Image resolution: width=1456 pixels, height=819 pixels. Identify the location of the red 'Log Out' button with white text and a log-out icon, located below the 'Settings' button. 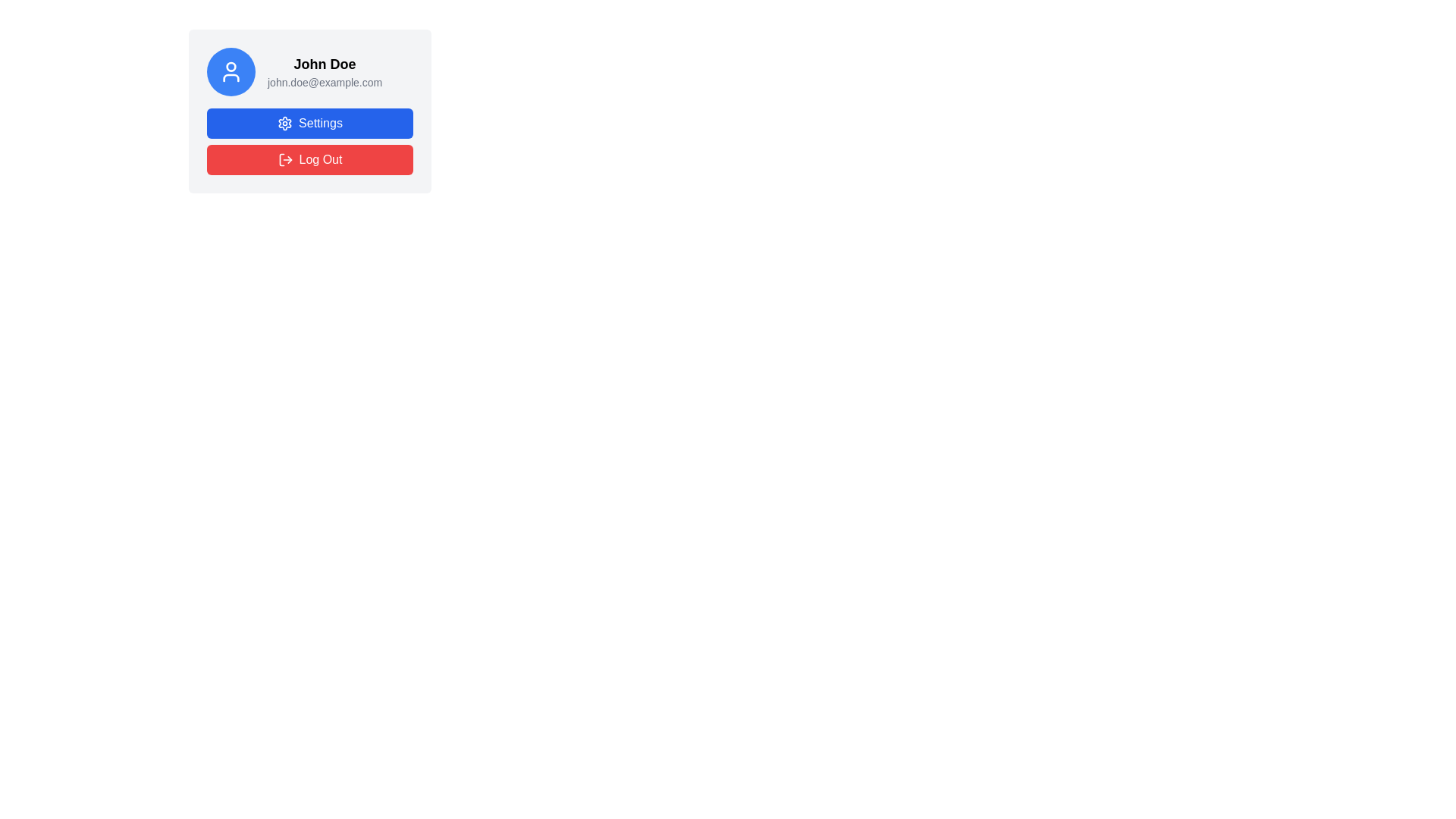
(309, 160).